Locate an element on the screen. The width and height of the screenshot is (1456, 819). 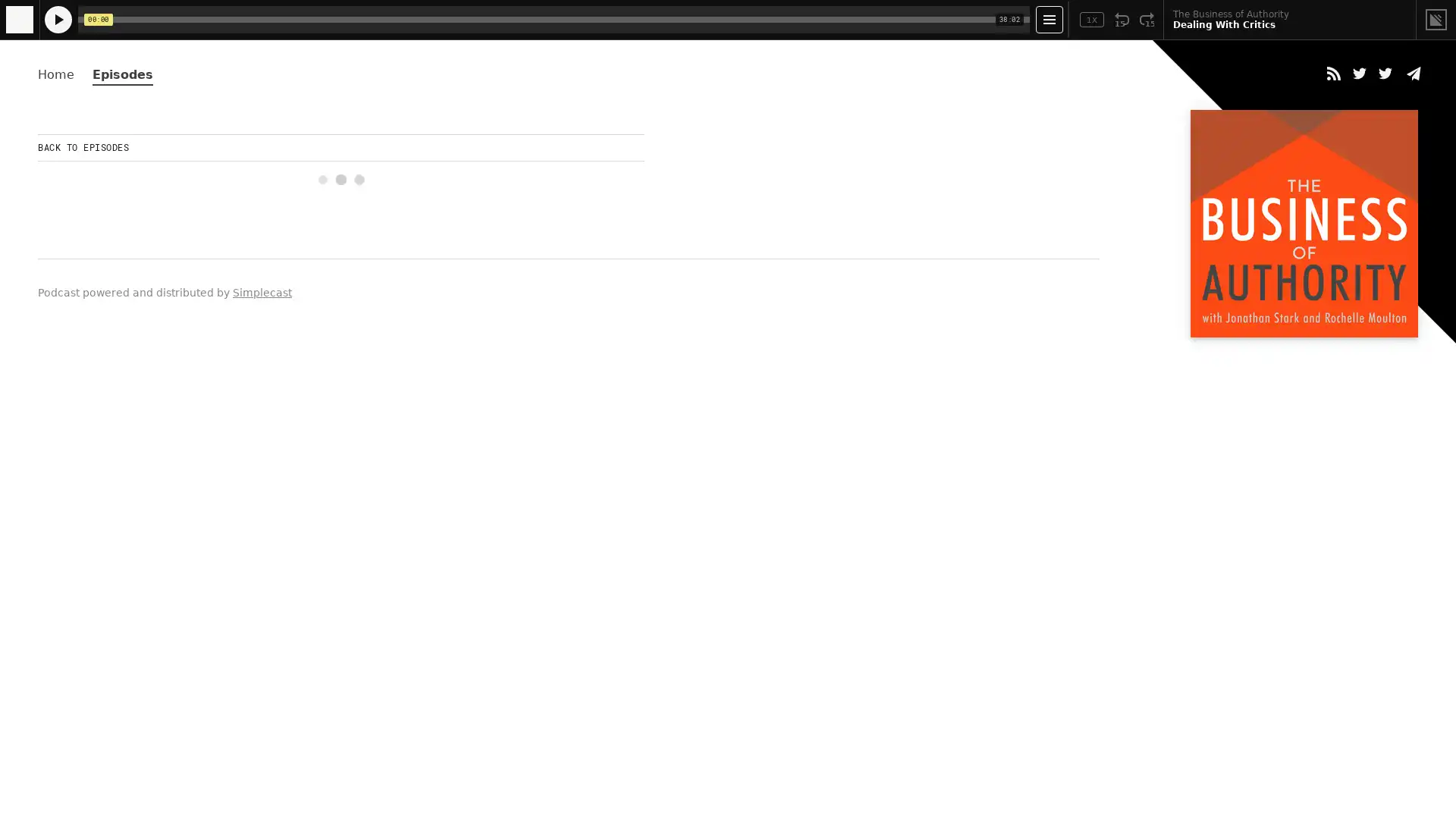
Play is located at coordinates (58, 20).